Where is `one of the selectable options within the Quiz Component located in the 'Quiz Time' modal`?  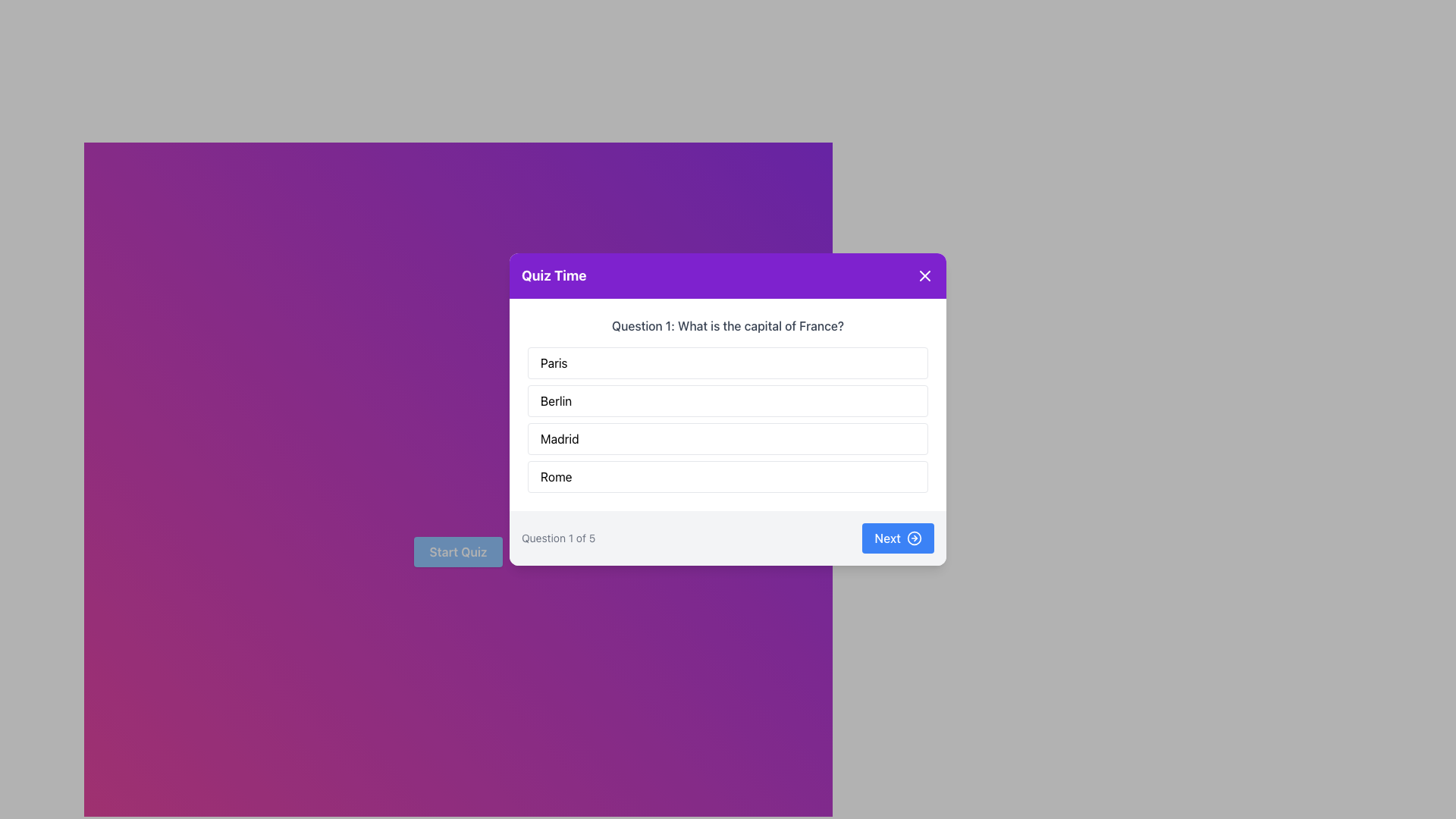
one of the selectable options within the Quiz Component located in the 'Quiz Time' modal is located at coordinates (728, 403).